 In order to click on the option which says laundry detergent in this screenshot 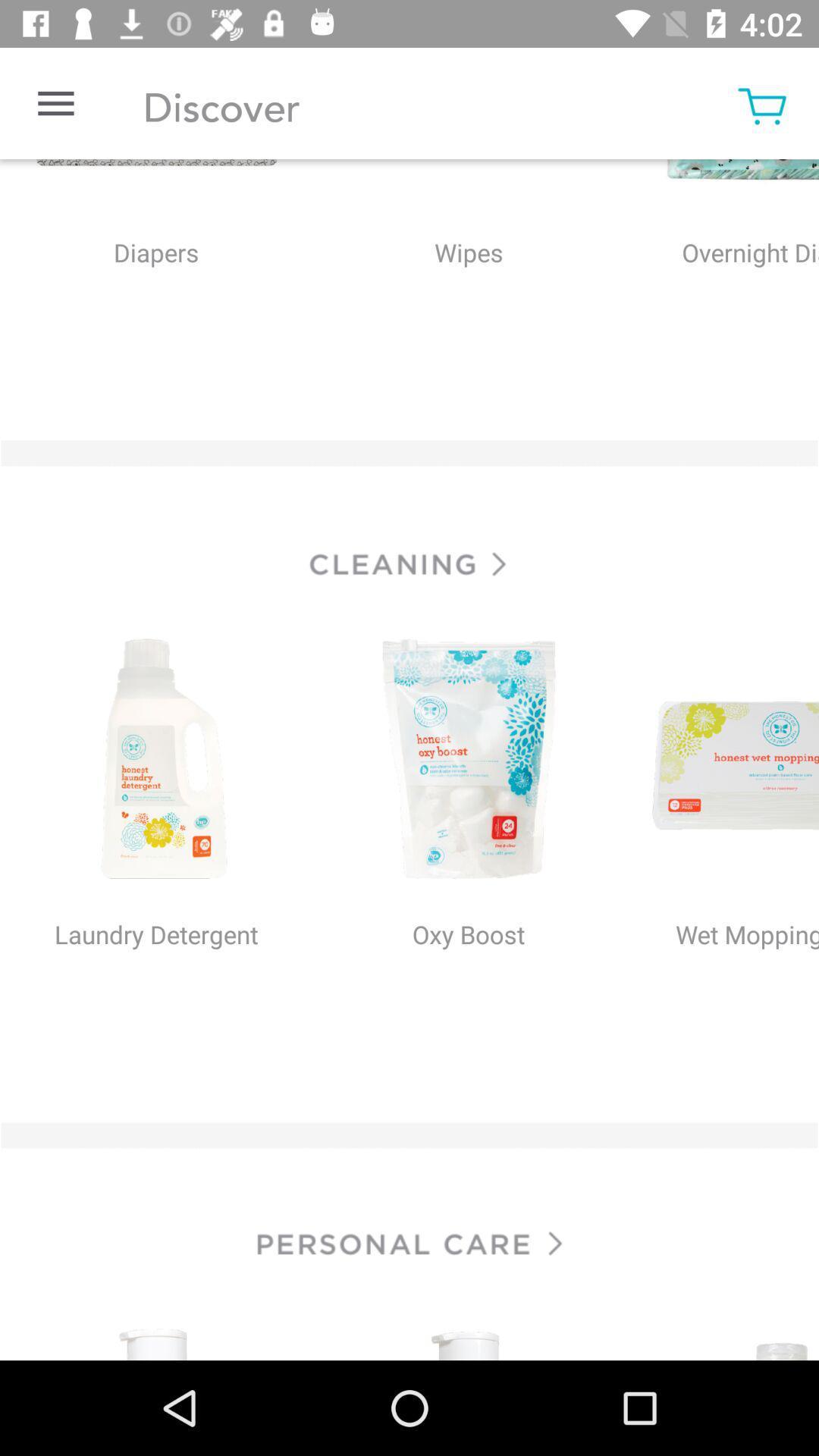, I will do `click(155, 966)`.